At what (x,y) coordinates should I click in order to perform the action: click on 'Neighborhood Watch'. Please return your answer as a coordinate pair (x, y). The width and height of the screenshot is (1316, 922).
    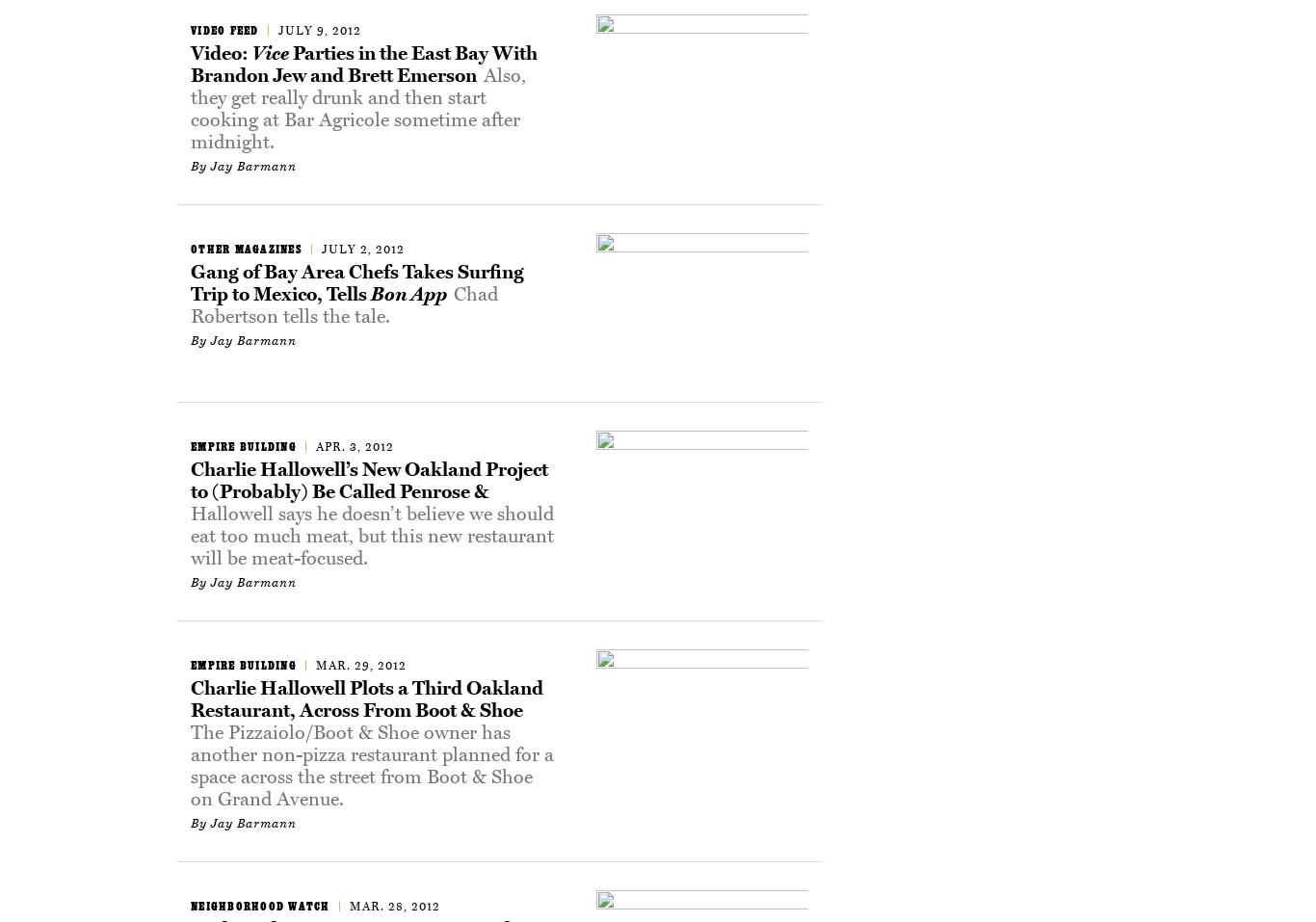
    Looking at the image, I should click on (189, 905).